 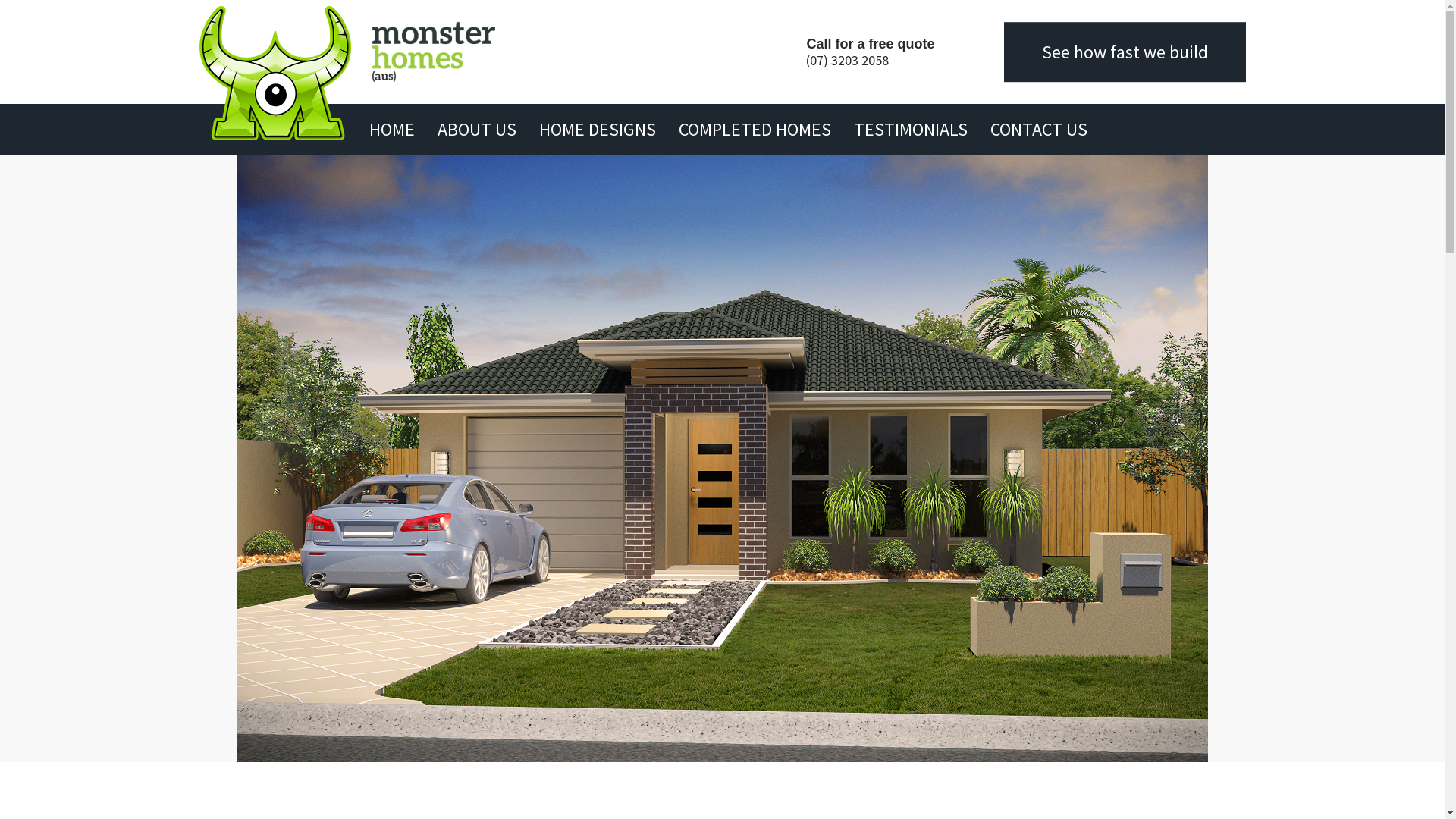 I want to click on 'CONTACT US', so click(x=1037, y=128).